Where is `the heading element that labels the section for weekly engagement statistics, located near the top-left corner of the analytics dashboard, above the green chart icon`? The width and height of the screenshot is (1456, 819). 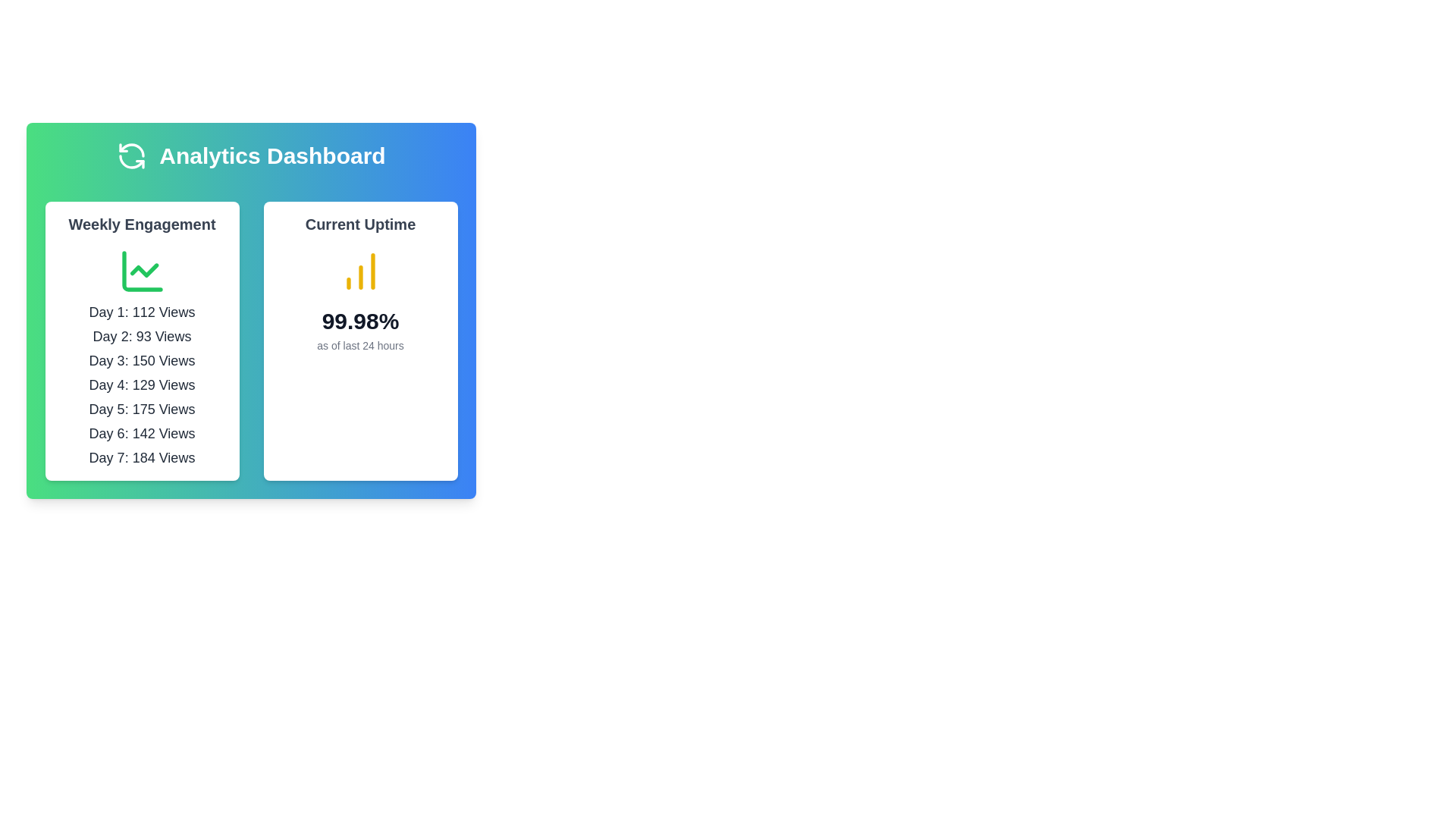
the heading element that labels the section for weekly engagement statistics, located near the top-left corner of the analytics dashboard, above the green chart icon is located at coordinates (142, 224).